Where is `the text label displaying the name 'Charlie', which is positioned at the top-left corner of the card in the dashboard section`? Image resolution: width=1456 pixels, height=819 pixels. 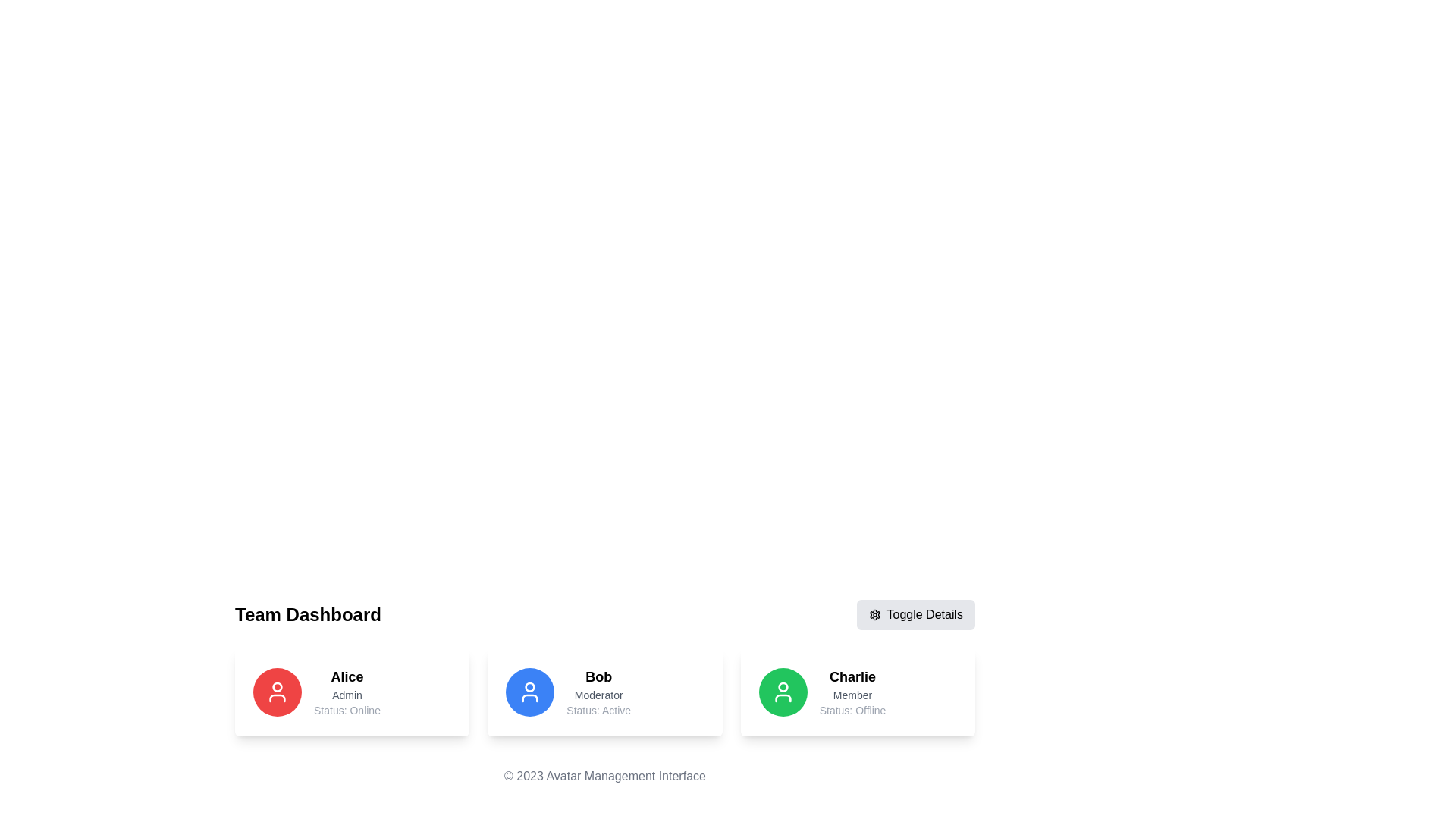
the text label displaying the name 'Charlie', which is positioned at the top-left corner of the card in the dashboard section is located at coordinates (852, 676).